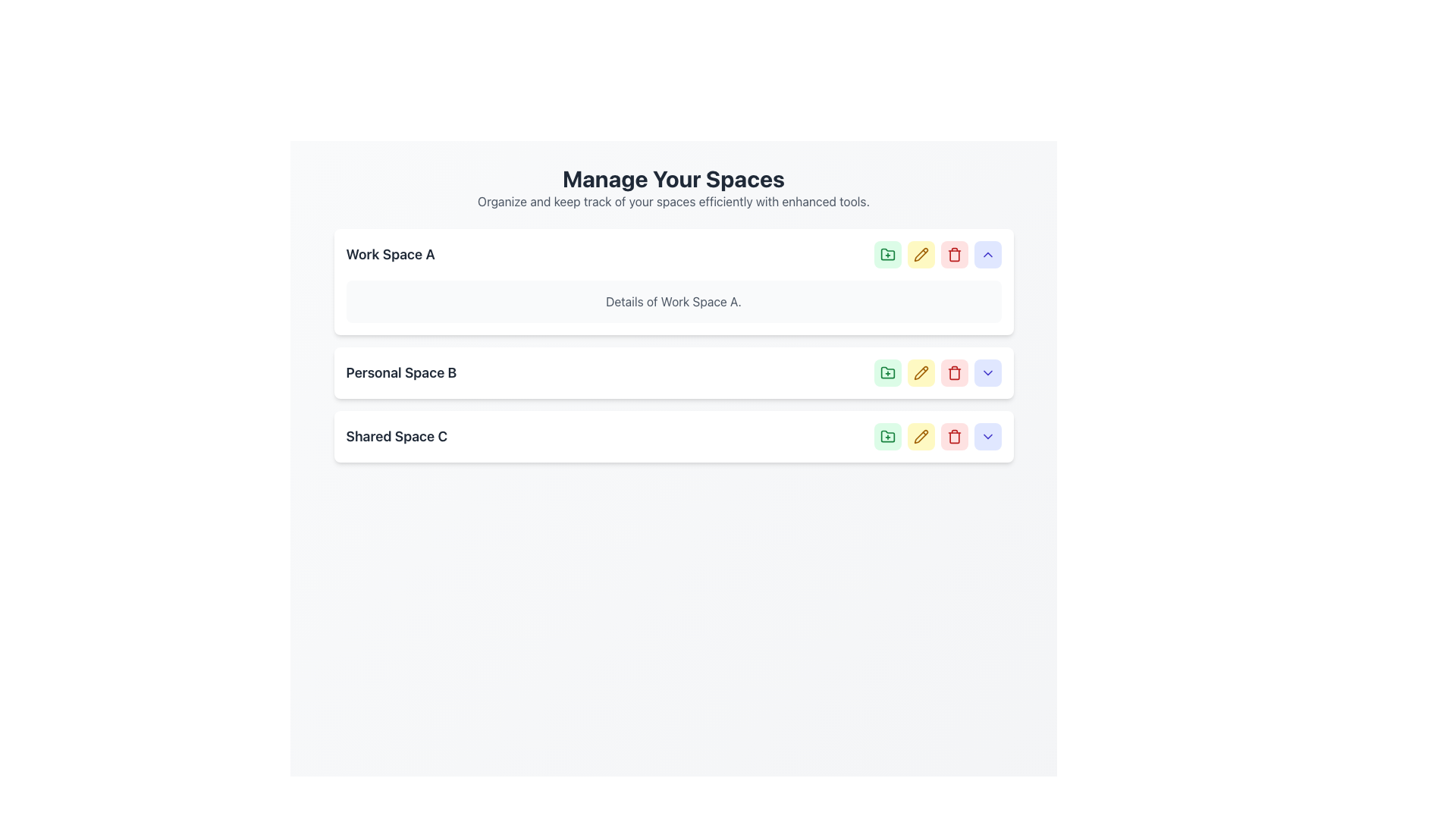 Image resolution: width=1456 pixels, height=819 pixels. I want to click on the fifth button with a rounded rectangular shape and a soft indigo background, located at the far-right side of the 'Shared Space C' entry, so click(987, 436).